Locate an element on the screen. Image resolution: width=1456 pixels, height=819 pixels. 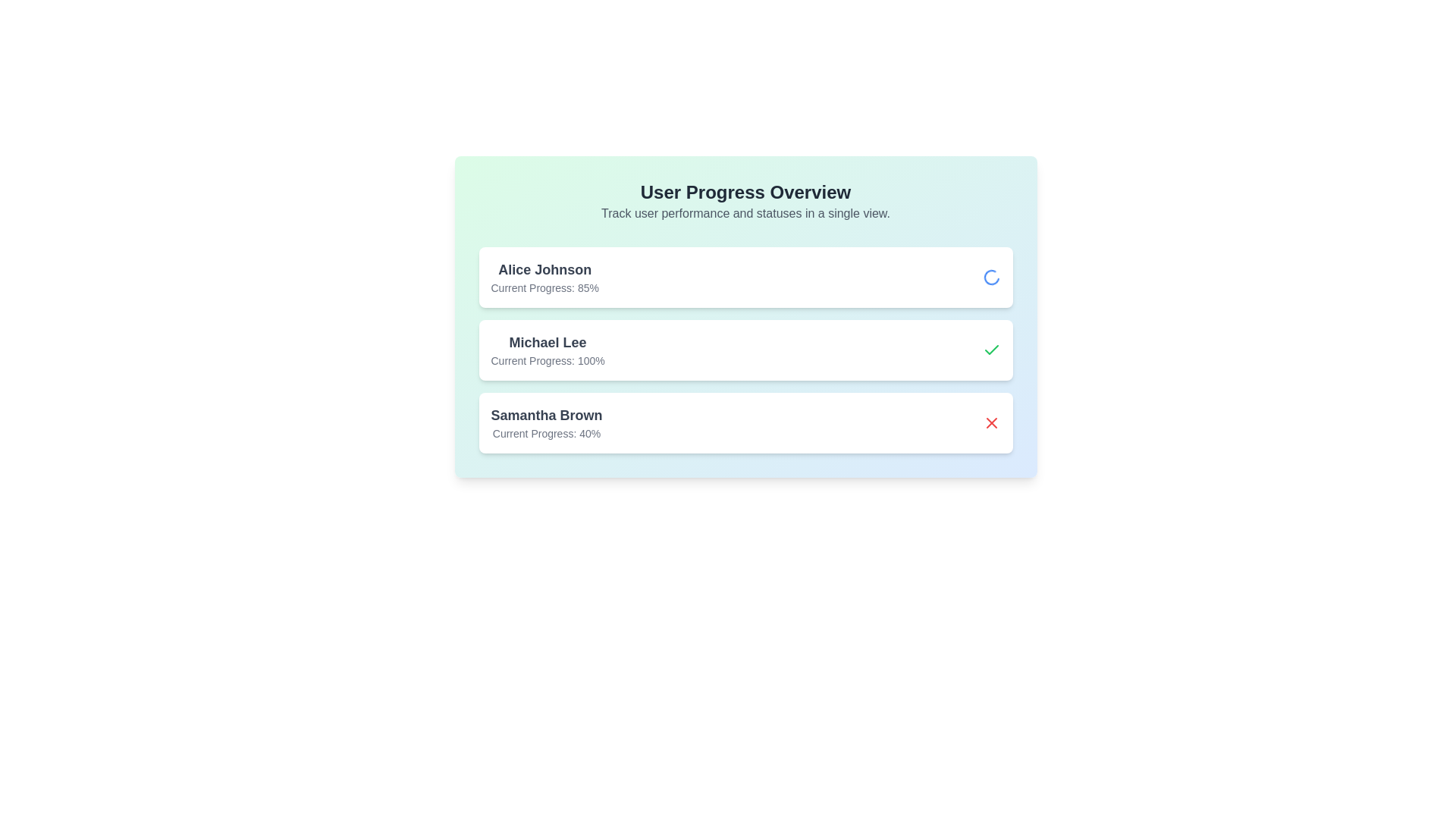
the label that identifies the first user in the 'User Progress Overview', which serves as the header for the associated progress metric is located at coordinates (544, 268).